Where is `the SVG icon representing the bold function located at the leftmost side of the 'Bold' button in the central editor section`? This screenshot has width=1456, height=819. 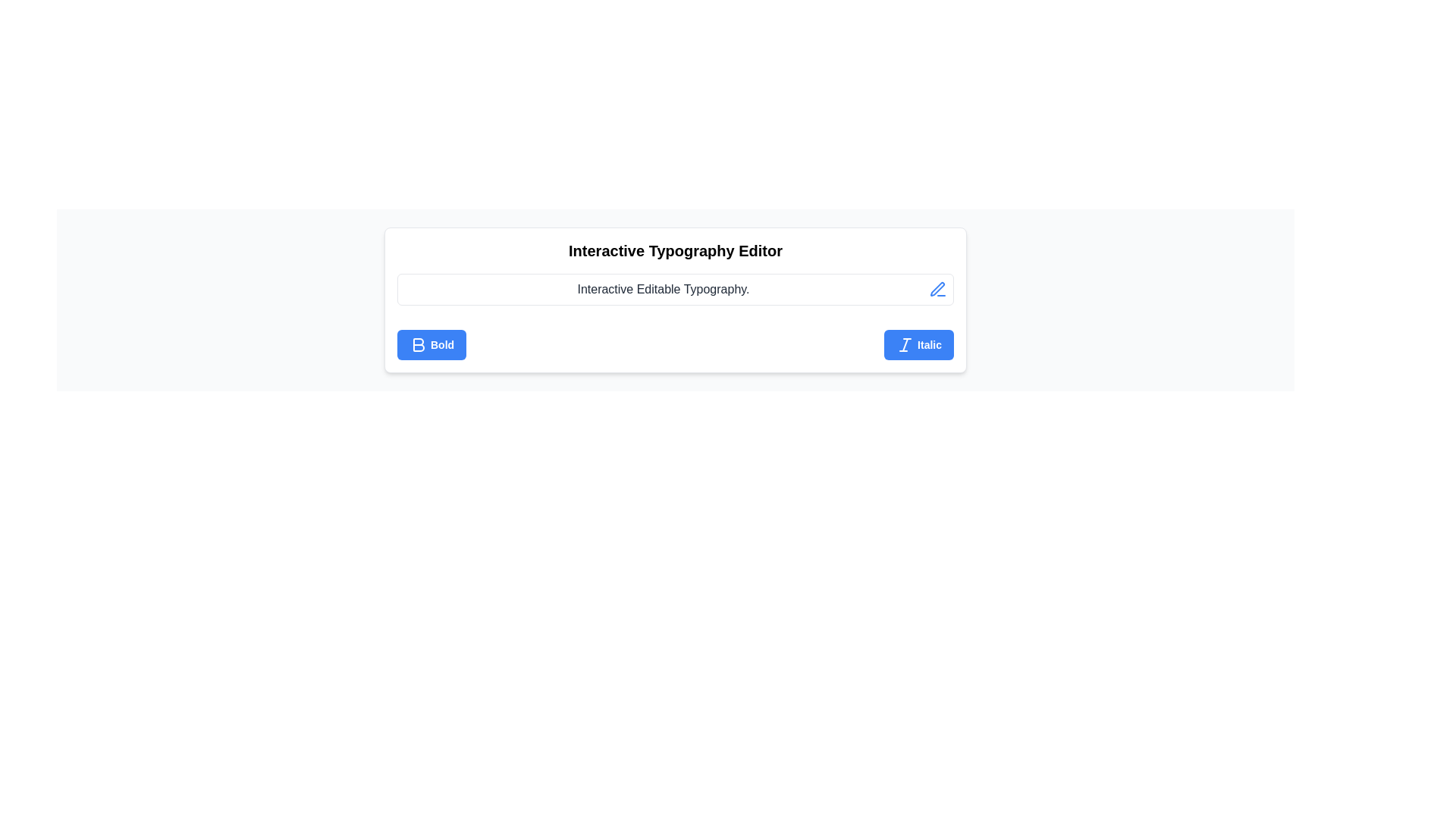 the SVG icon representing the bold function located at the leftmost side of the 'Bold' button in the central editor section is located at coordinates (419, 345).